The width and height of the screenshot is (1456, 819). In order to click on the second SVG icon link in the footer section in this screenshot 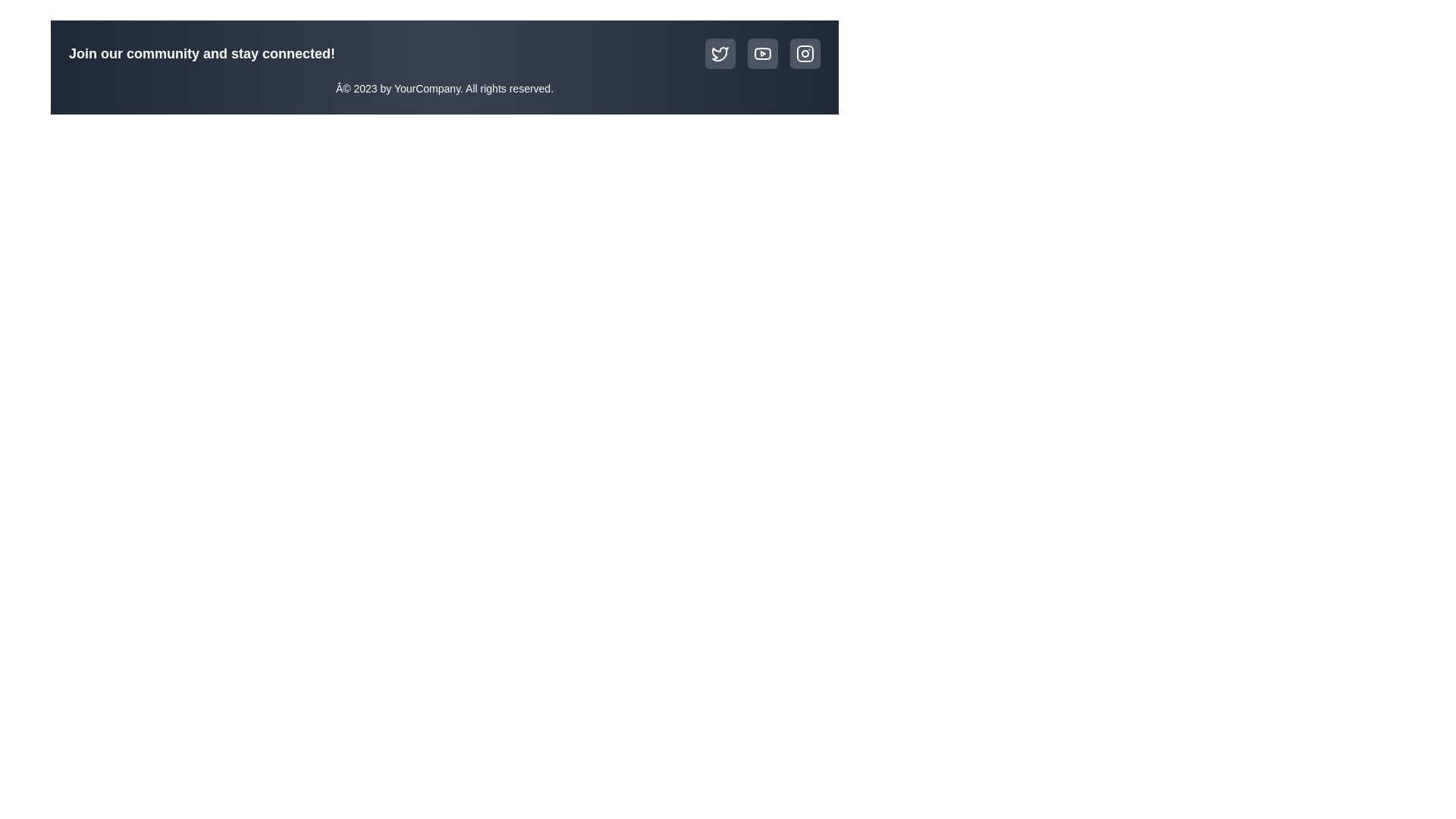, I will do `click(763, 52)`.